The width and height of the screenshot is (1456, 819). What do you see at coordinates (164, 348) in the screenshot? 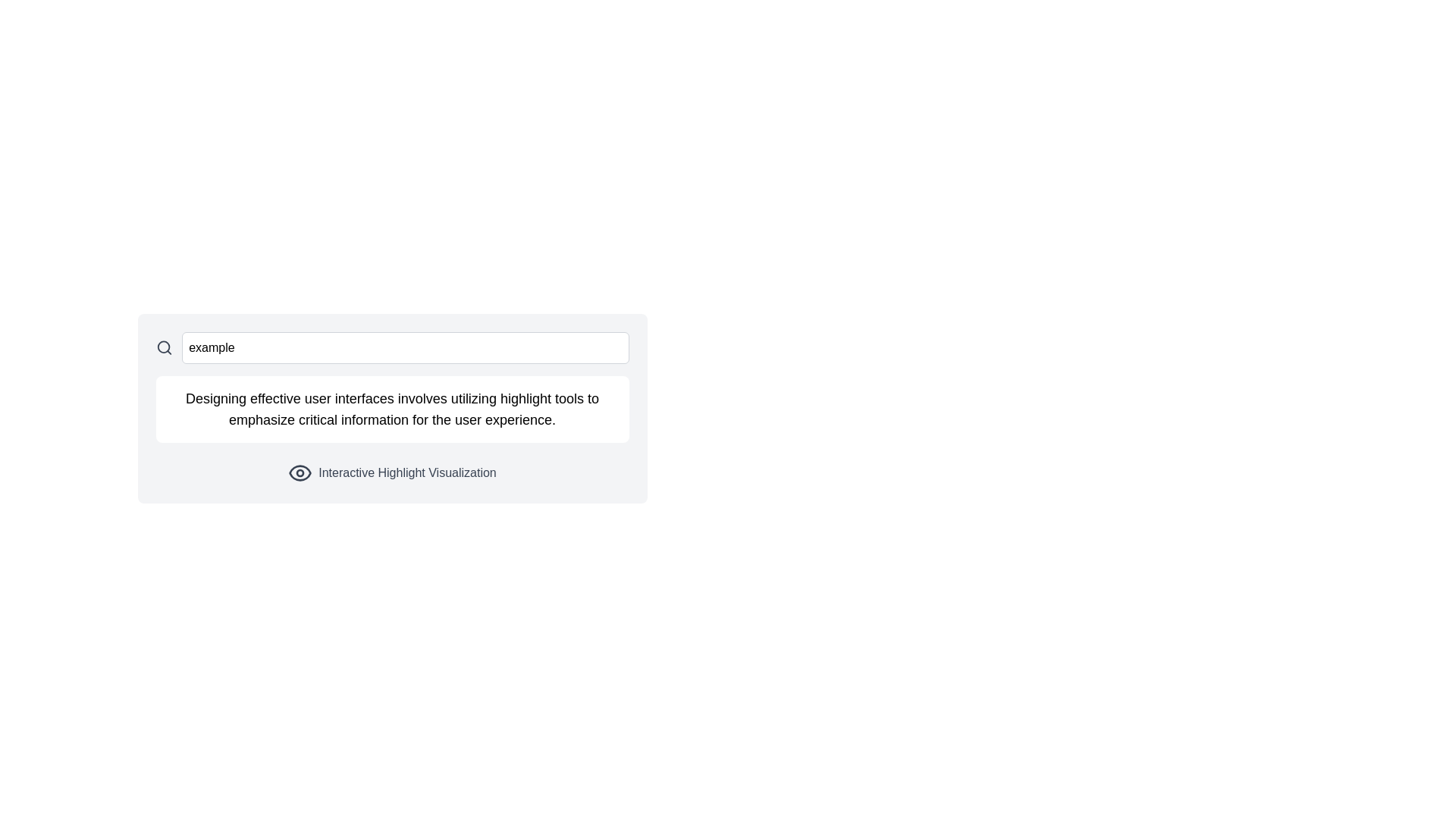
I see `the search icon located at the leftmost side of the search bar` at bounding box center [164, 348].